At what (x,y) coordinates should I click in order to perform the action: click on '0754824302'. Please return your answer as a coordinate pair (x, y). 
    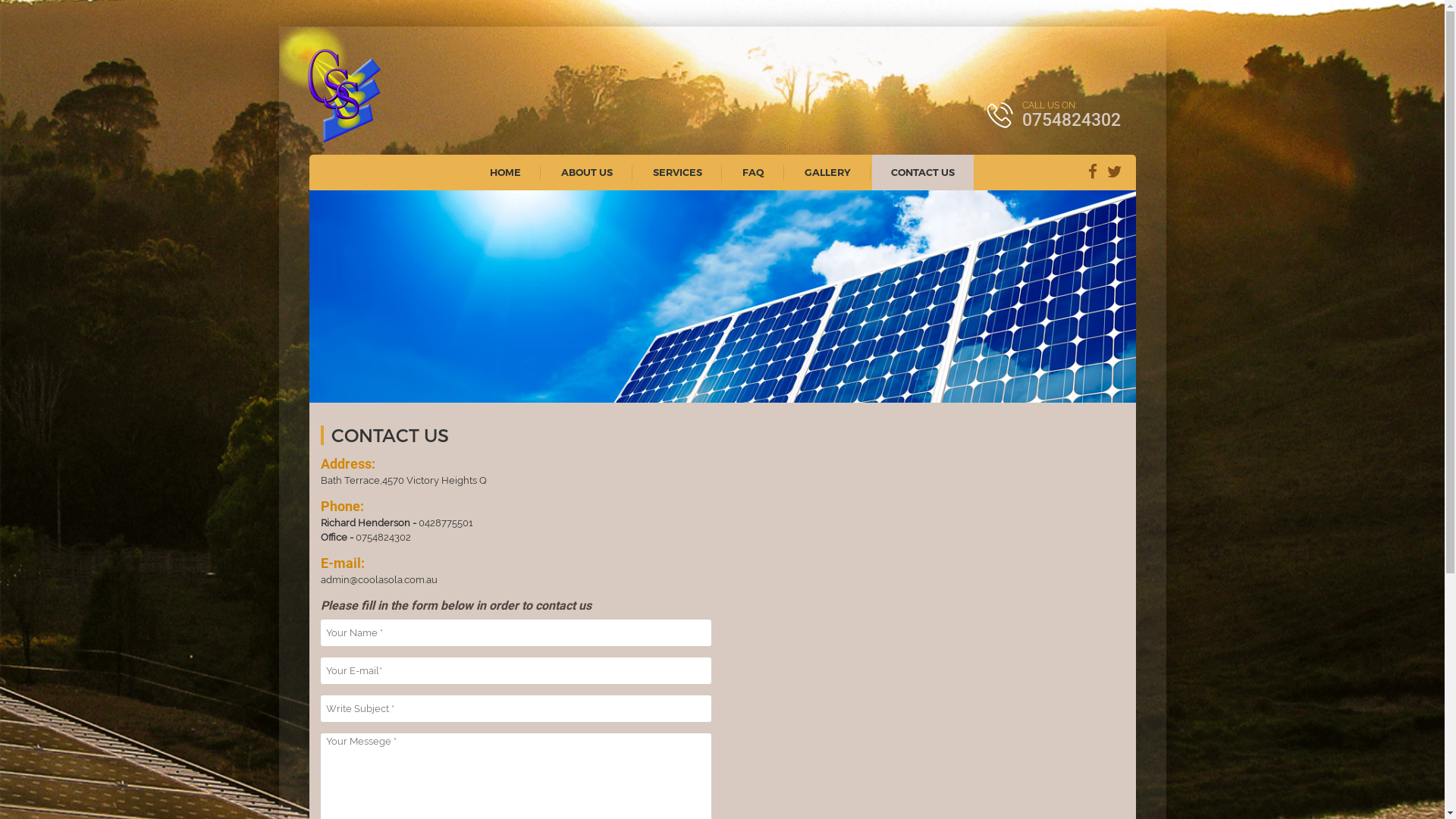
    Looking at the image, I should click on (382, 536).